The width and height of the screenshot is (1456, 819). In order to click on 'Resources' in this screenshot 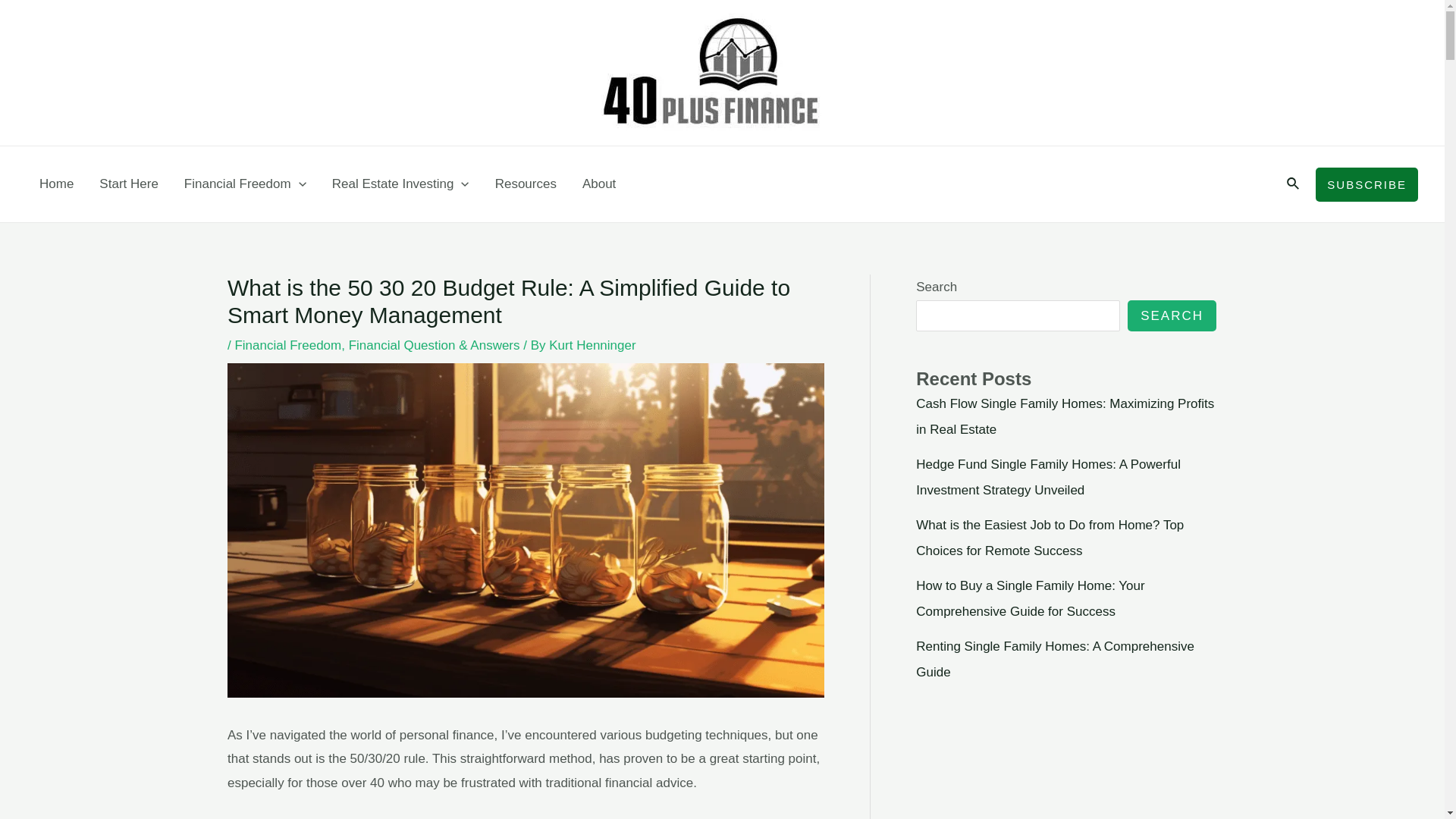, I will do `click(481, 184)`.